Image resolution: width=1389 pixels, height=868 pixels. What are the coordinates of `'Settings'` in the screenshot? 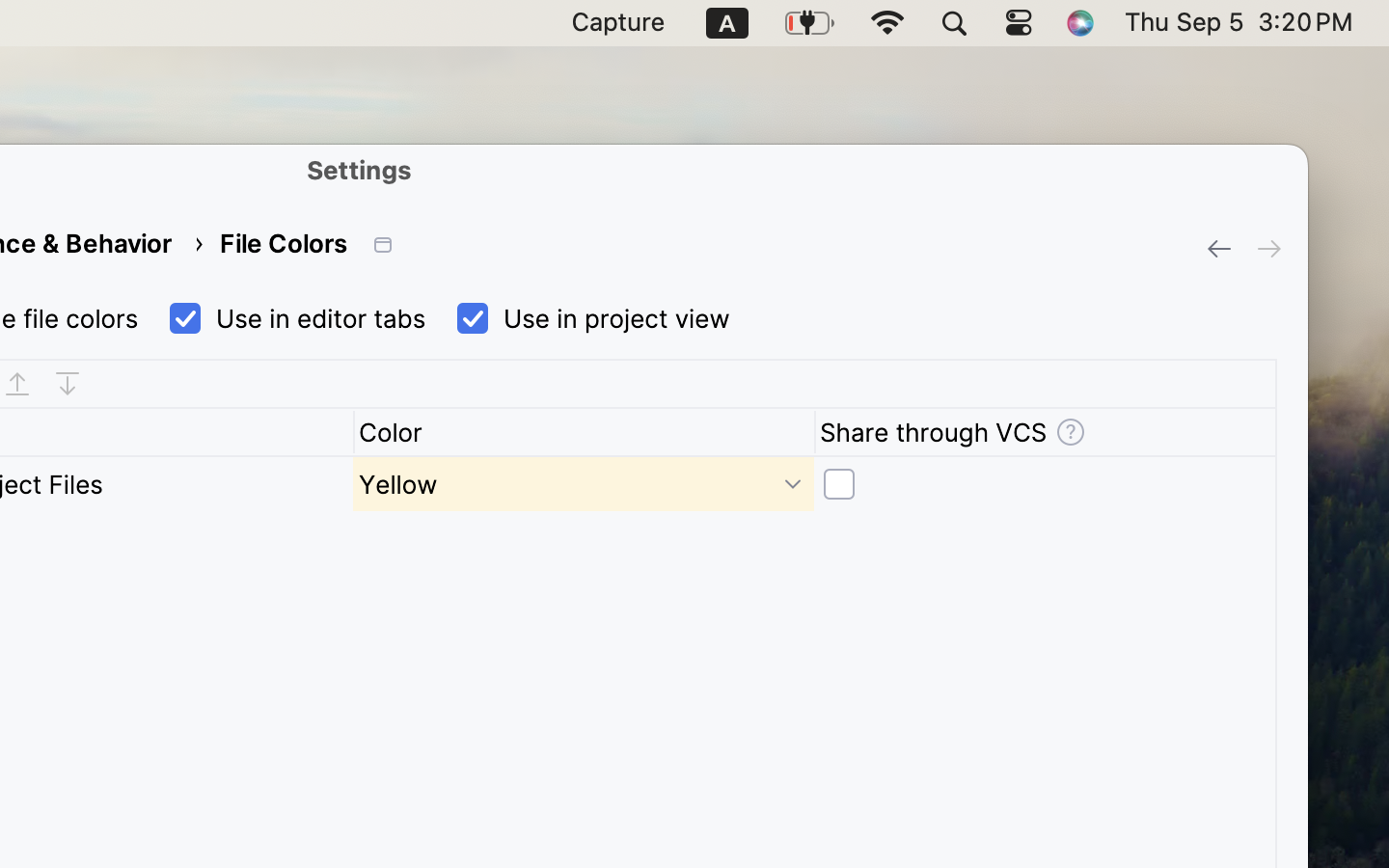 It's located at (358, 170).